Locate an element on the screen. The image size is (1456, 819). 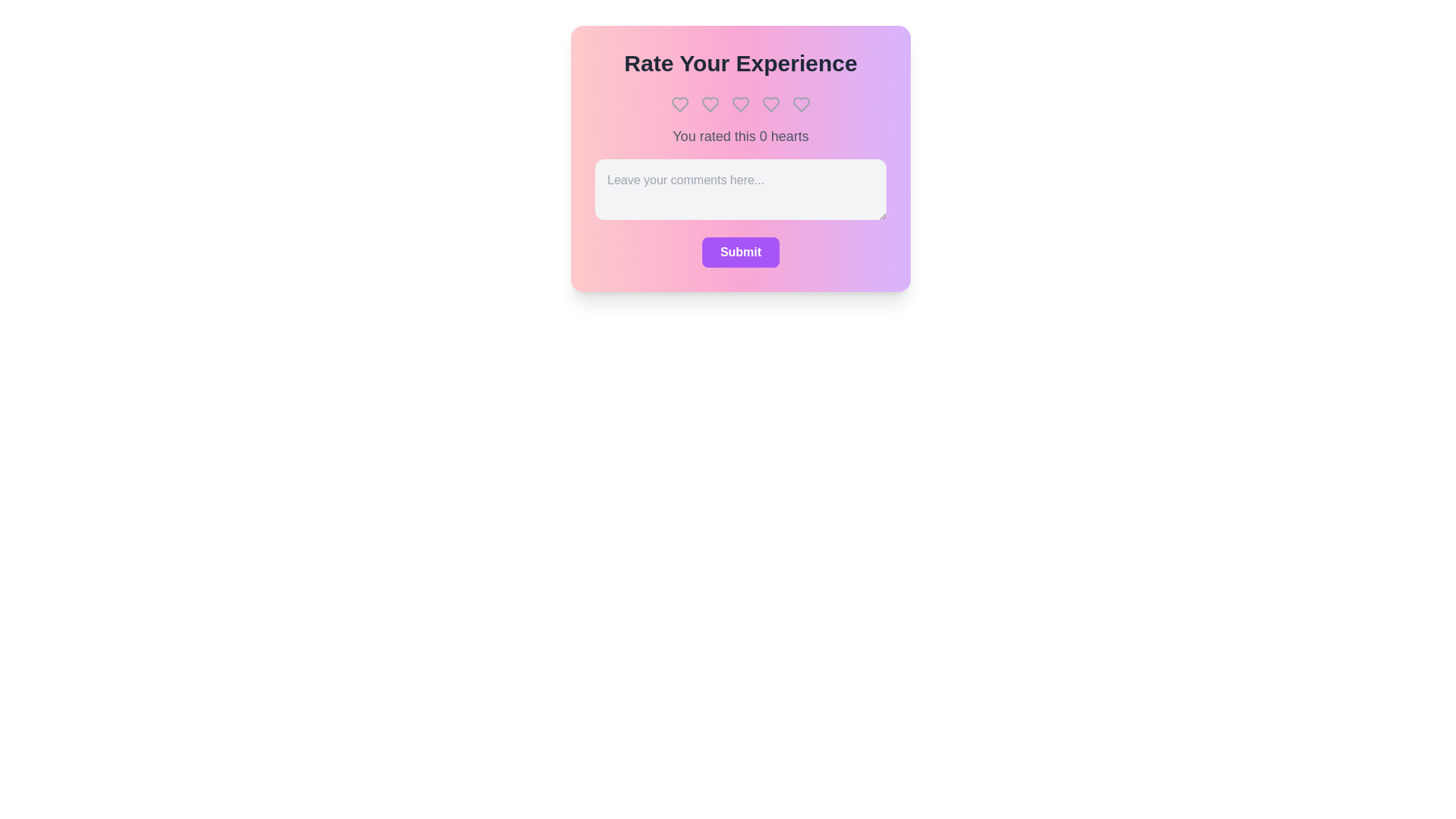
the submit button to send the rating and comments is located at coordinates (741, 251).